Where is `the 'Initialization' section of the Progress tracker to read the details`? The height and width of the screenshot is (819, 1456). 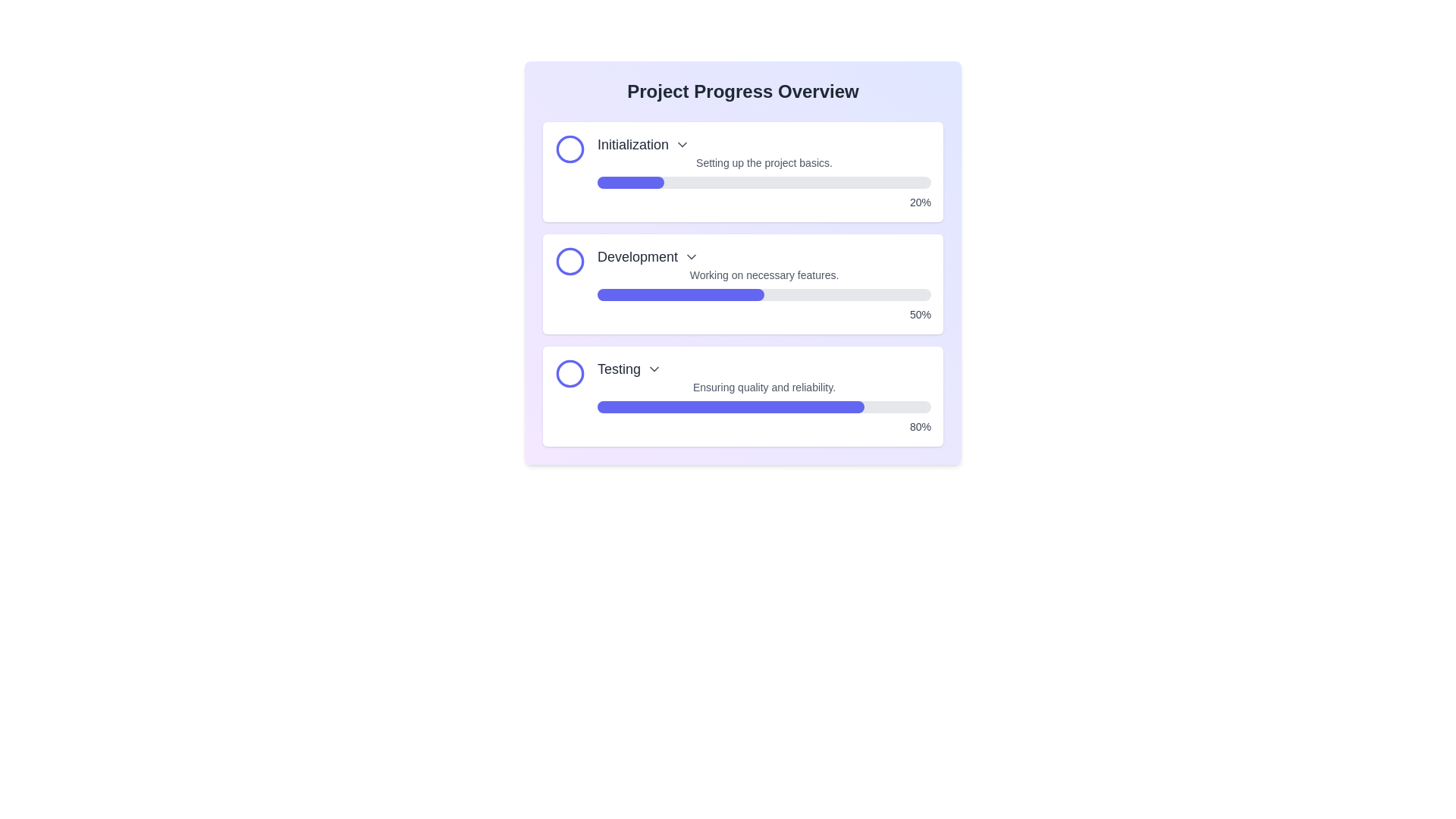
the 'Initialization' section of the Progress tracker to read the details is located at coordinates (764, 171).